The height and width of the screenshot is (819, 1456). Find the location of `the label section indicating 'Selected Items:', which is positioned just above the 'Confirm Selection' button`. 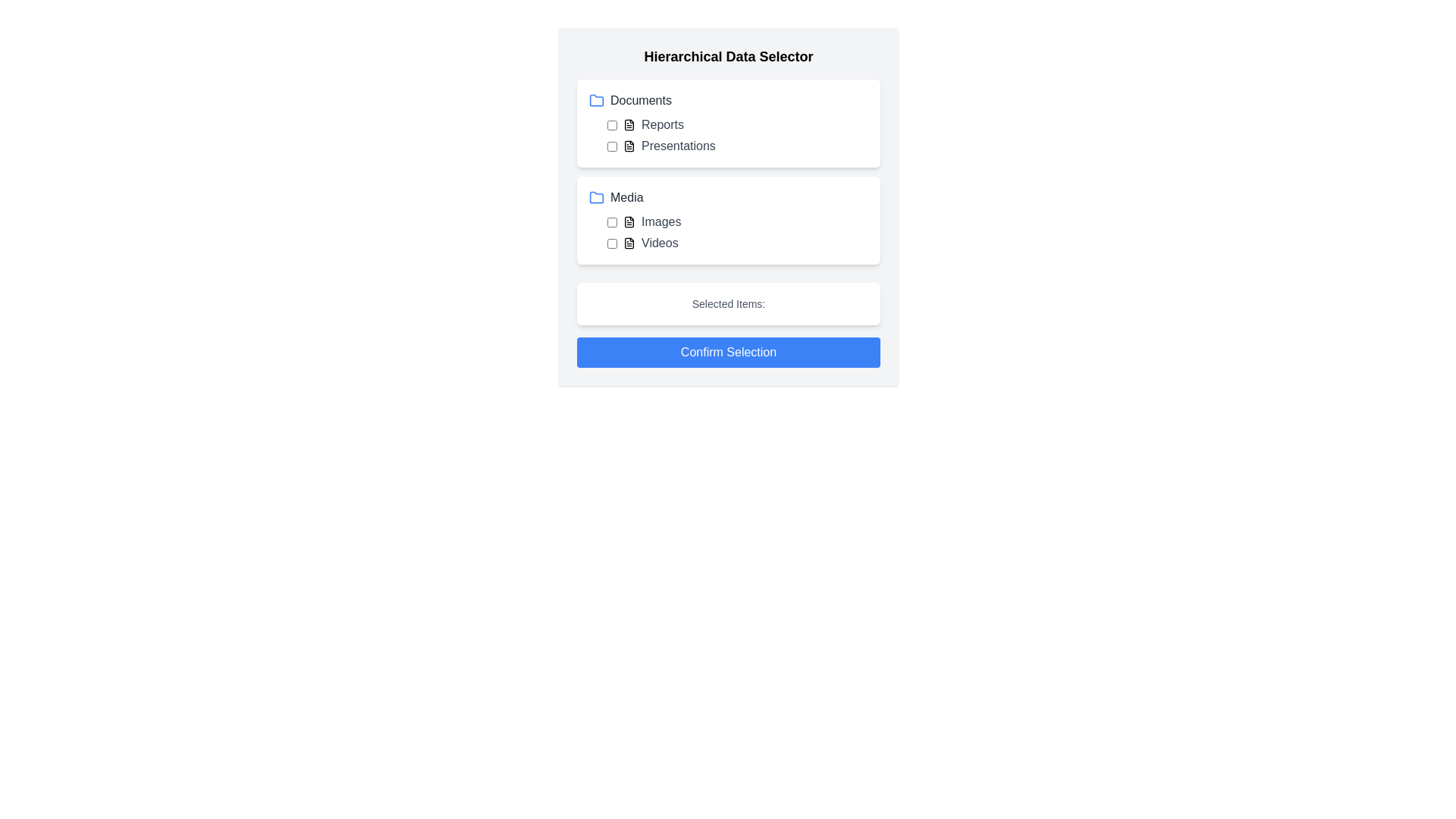

the label section indicating 'Selected Items:', which is positioned just above the 'Confirm Selection' button is located at coordinates (728, 304).